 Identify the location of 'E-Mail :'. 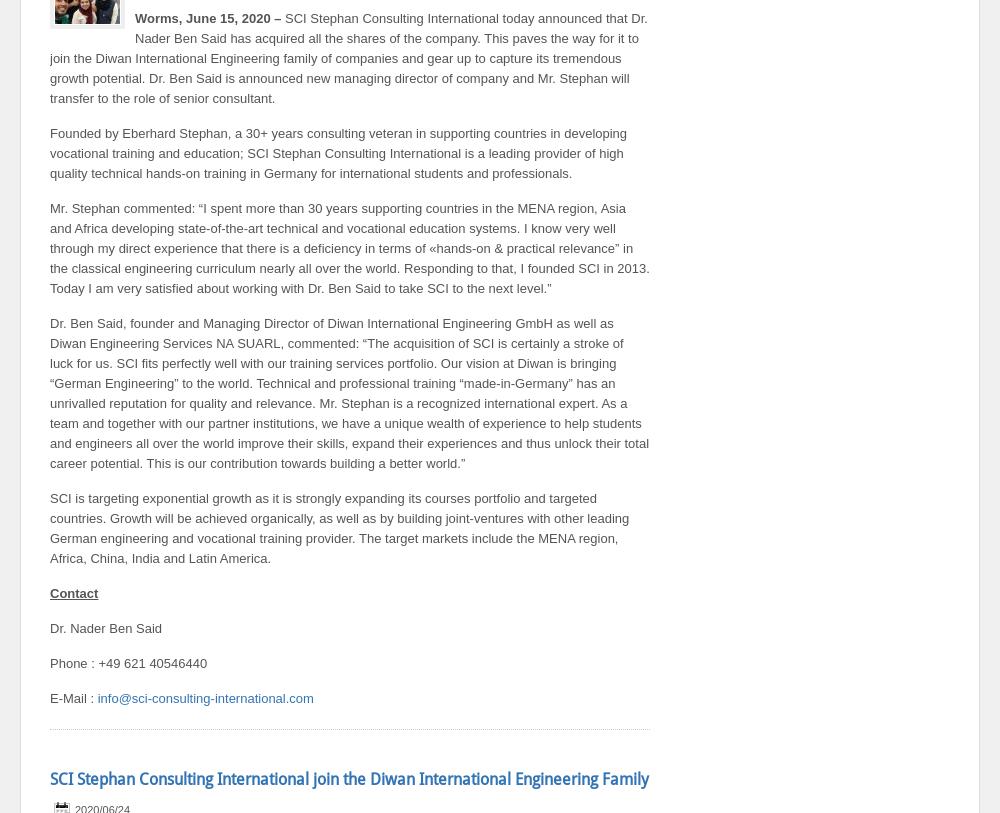
(72, 698).